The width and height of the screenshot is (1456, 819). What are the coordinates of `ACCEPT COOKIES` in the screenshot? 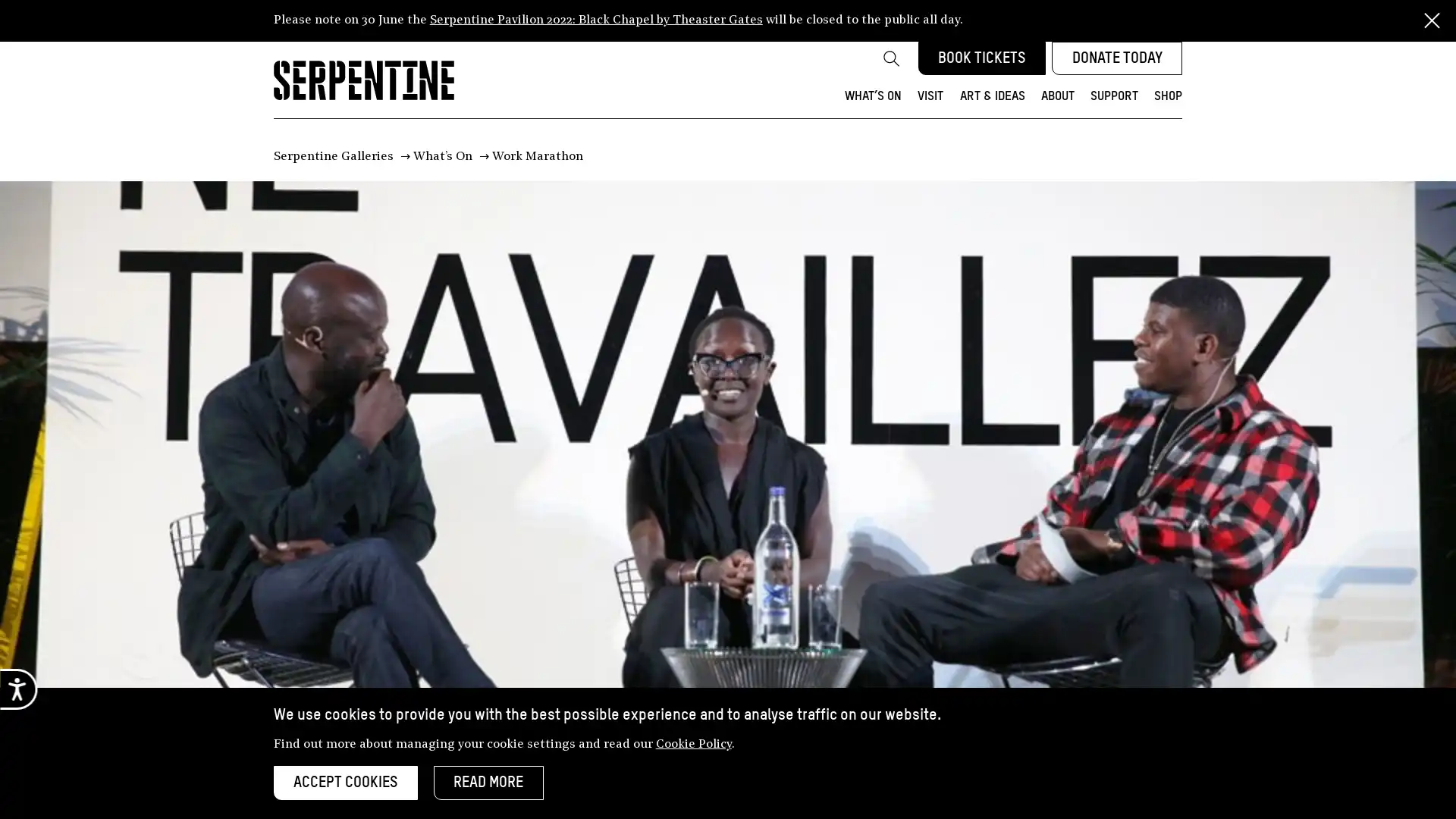 It's located at (344, 783).